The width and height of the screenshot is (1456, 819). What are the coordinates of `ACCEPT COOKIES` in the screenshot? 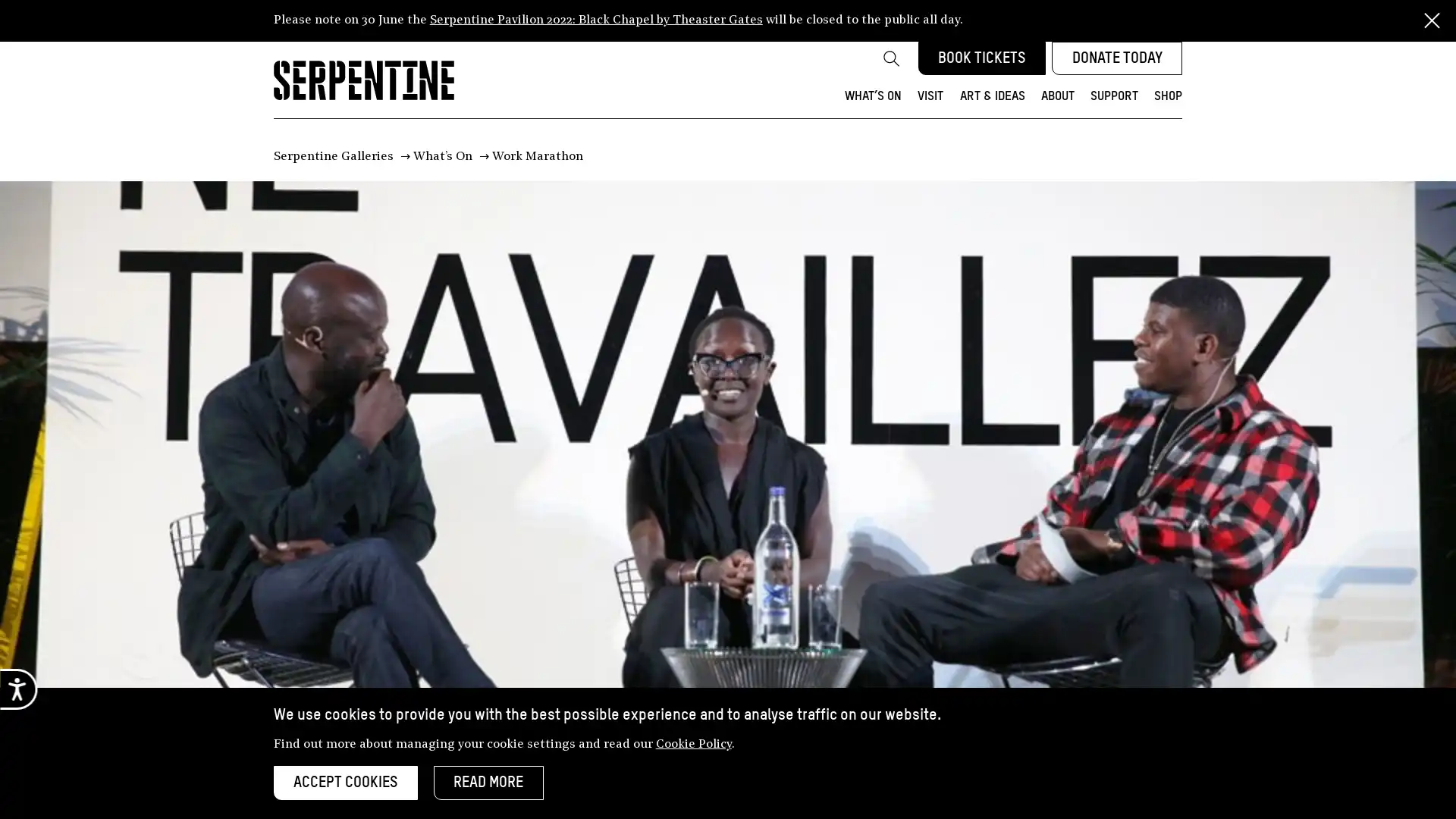 It's located at (344, 783).